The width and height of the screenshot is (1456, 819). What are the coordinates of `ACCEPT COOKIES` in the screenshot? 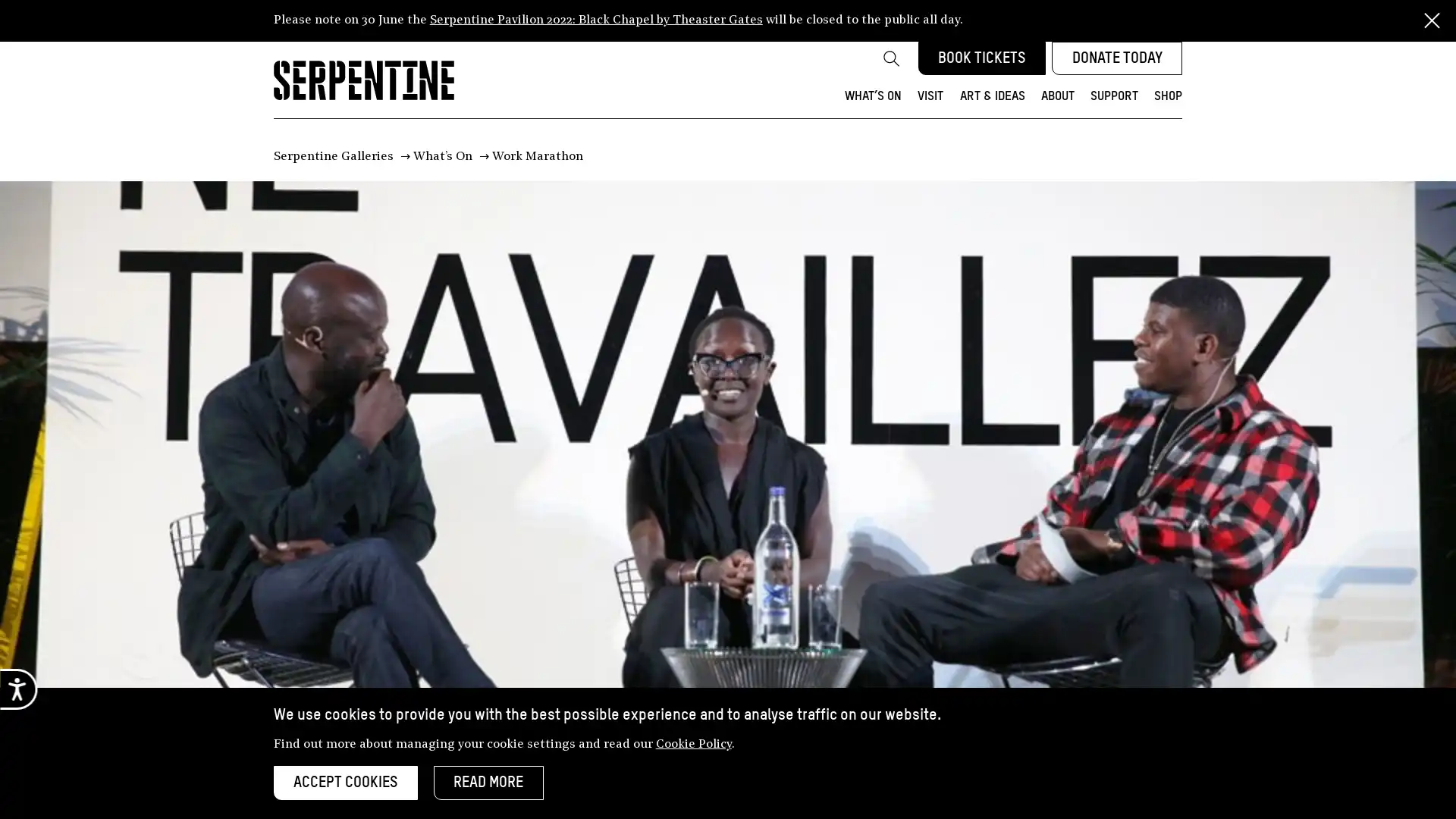 It's located at (344, 783).